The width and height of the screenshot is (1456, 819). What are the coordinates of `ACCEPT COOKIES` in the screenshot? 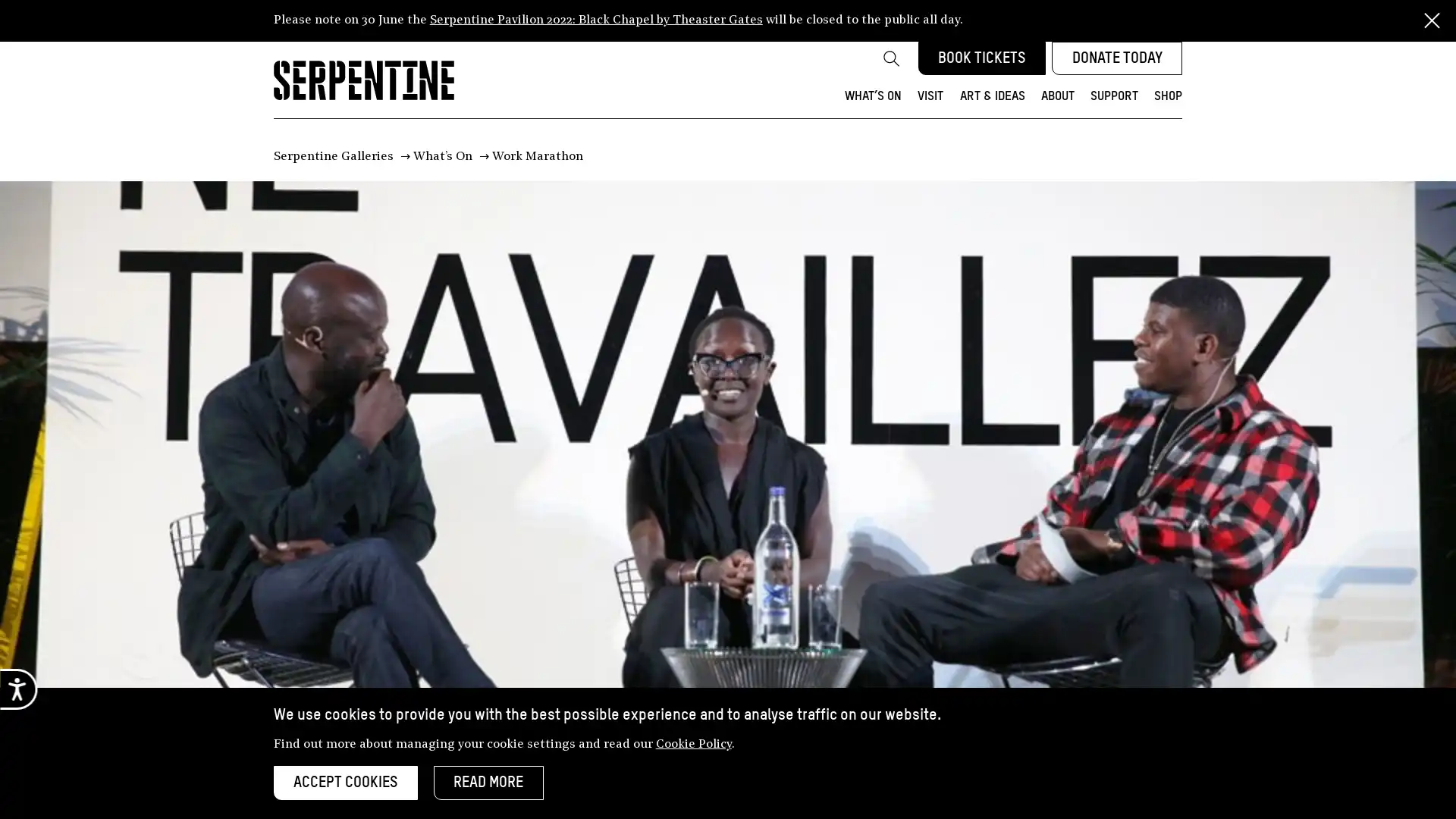 It's located at (344, 783).